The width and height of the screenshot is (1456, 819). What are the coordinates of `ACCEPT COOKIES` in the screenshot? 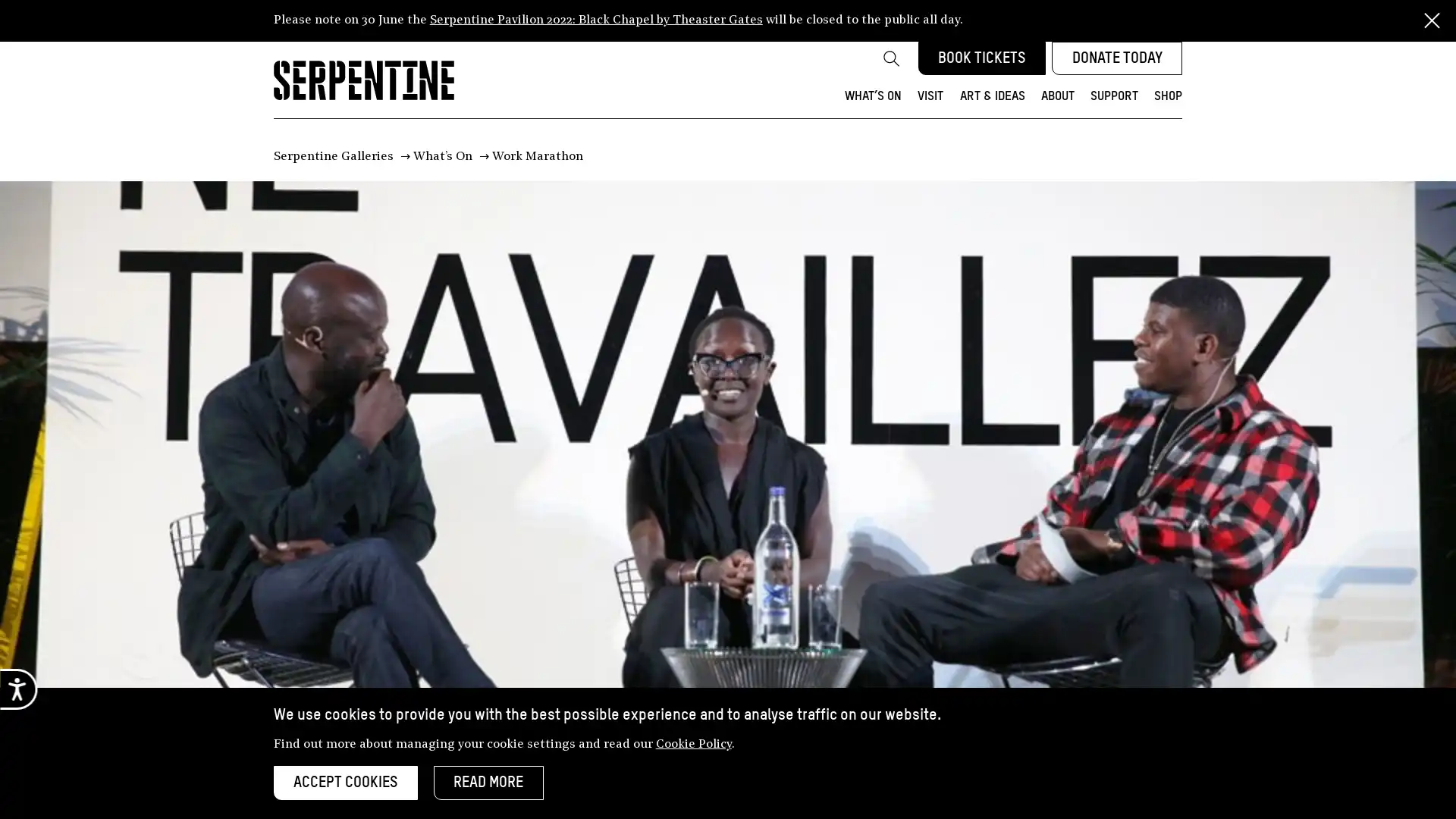 It's located at (344, 783).